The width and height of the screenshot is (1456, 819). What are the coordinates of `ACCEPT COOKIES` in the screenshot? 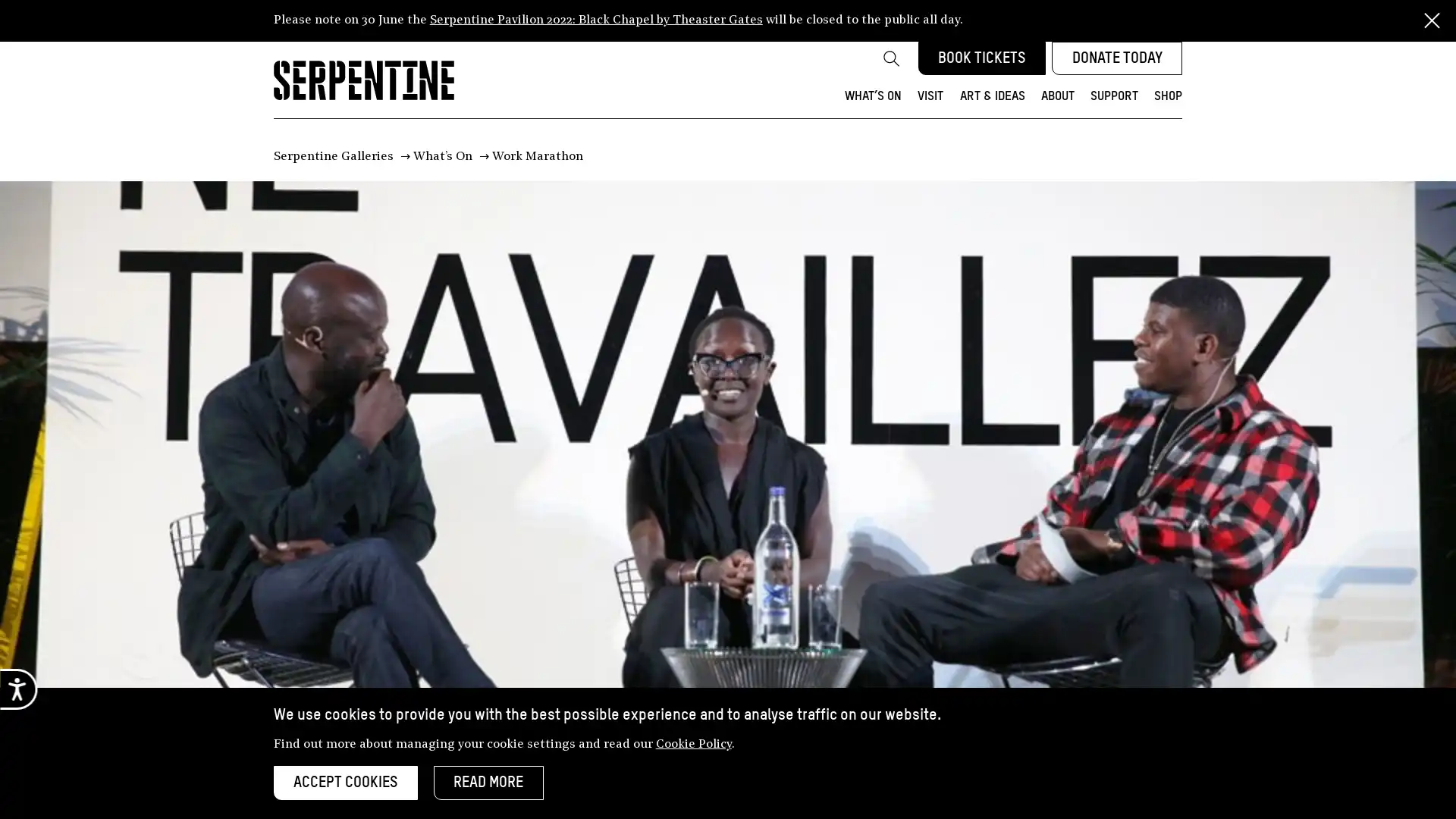 It's located at (344, 783).